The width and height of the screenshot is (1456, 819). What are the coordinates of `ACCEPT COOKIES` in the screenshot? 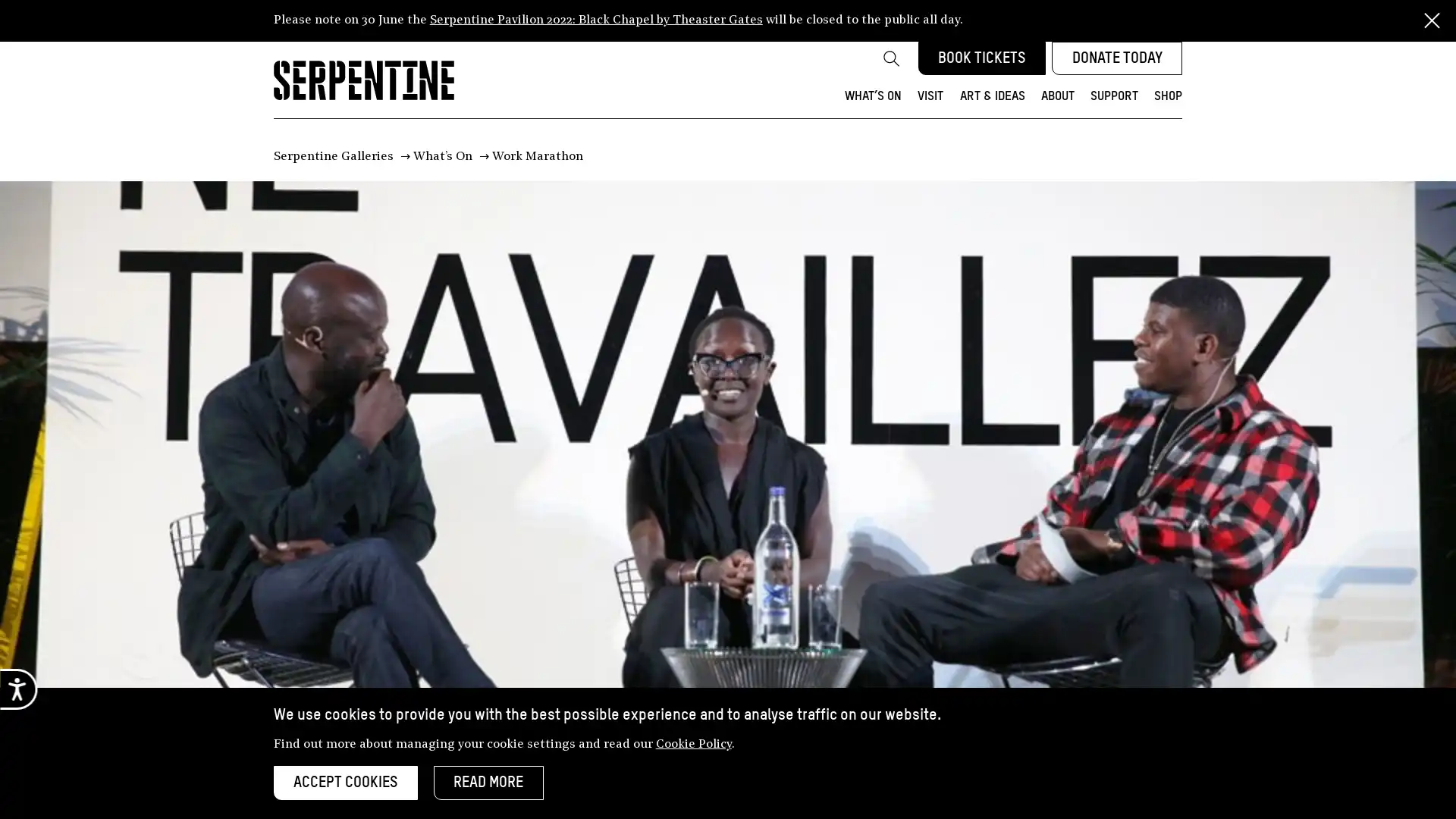 It's located at (344, 783).